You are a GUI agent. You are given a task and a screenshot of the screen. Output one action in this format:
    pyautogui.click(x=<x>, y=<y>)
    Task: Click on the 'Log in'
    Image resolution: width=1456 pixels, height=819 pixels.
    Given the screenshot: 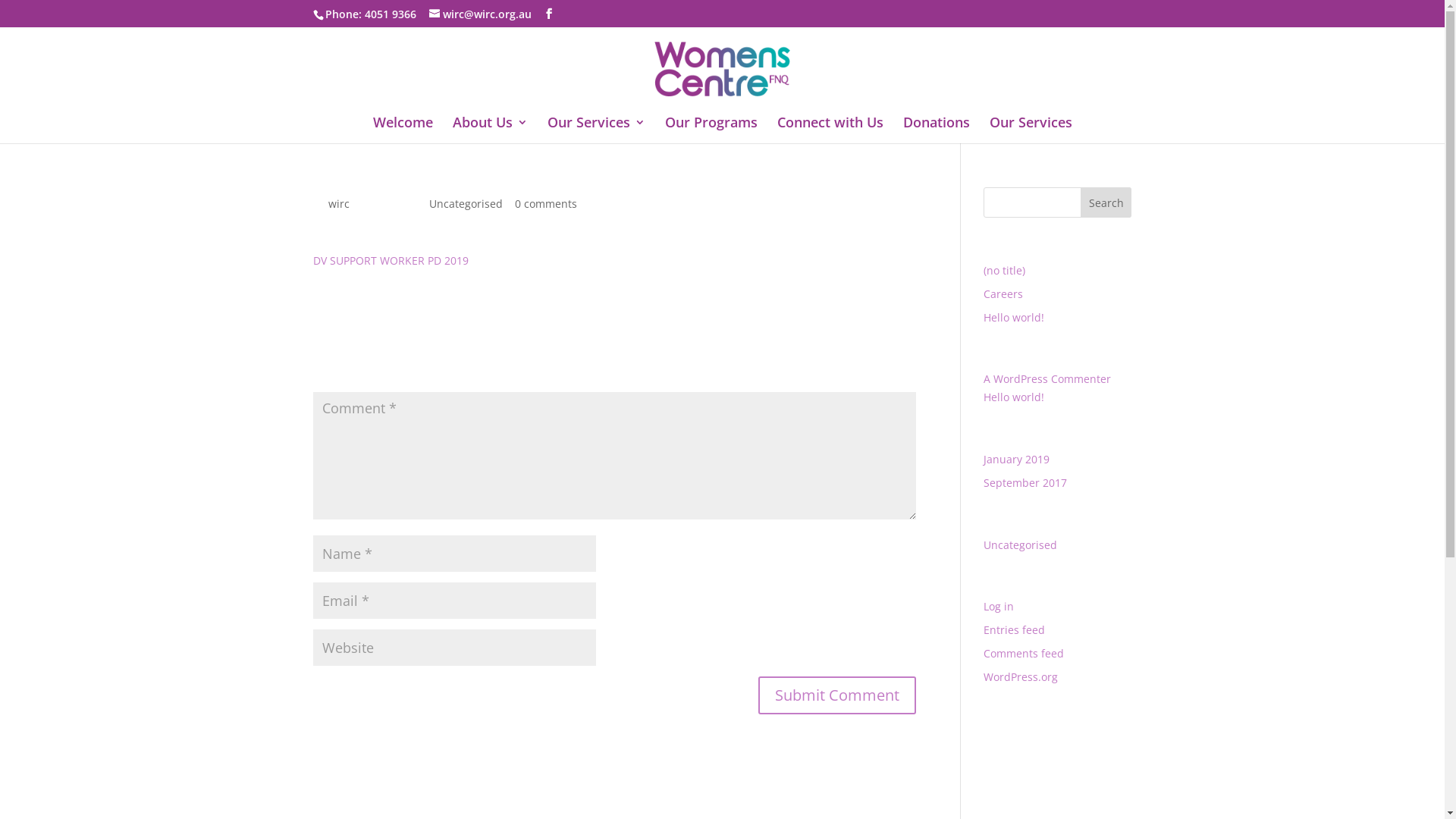 What is the action you would take?
    pyautogui.click(x=998, y=605)
    